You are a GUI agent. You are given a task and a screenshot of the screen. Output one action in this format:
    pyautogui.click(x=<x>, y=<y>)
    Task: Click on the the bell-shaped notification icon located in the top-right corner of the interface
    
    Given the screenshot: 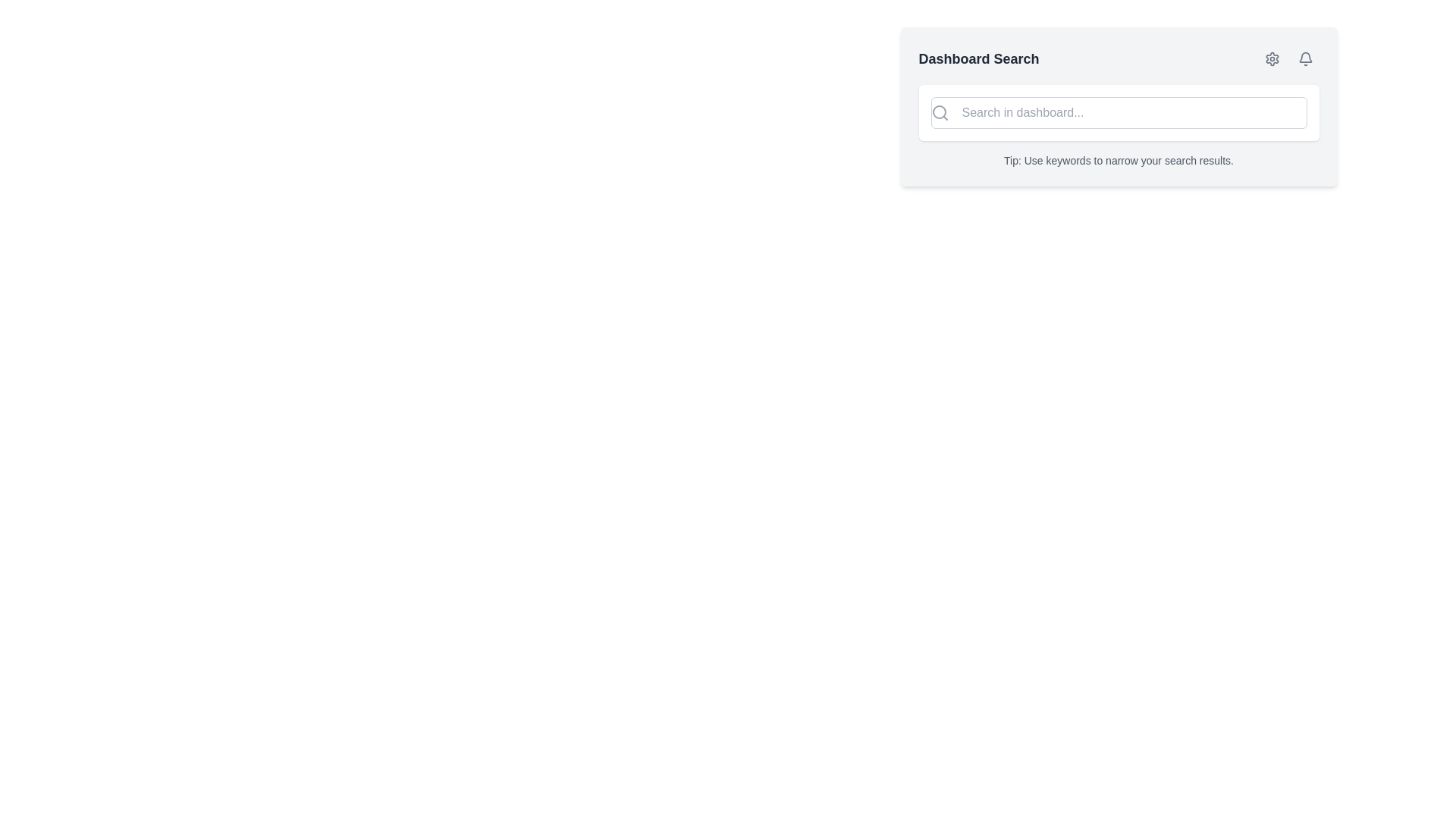 What is the action you would take?
    pyautogui.click(x=1304, y=58)
    